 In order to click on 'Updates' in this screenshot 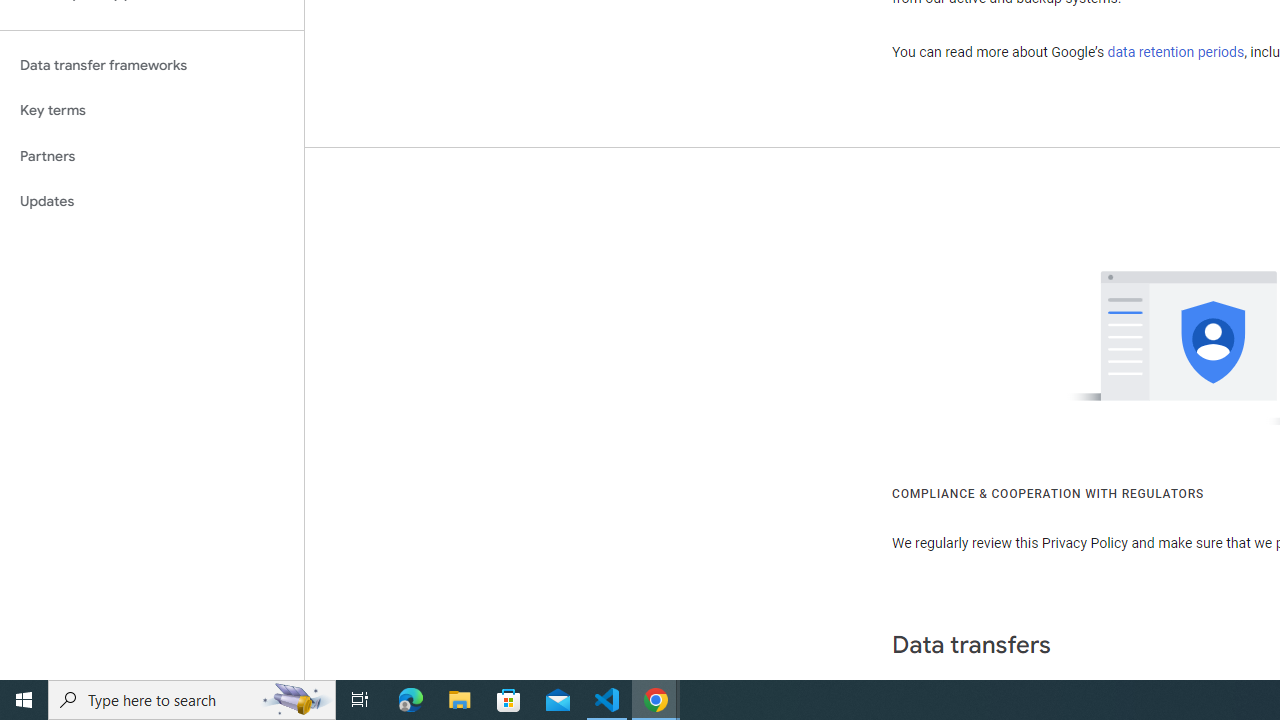, I will do `click(151, 201)`.